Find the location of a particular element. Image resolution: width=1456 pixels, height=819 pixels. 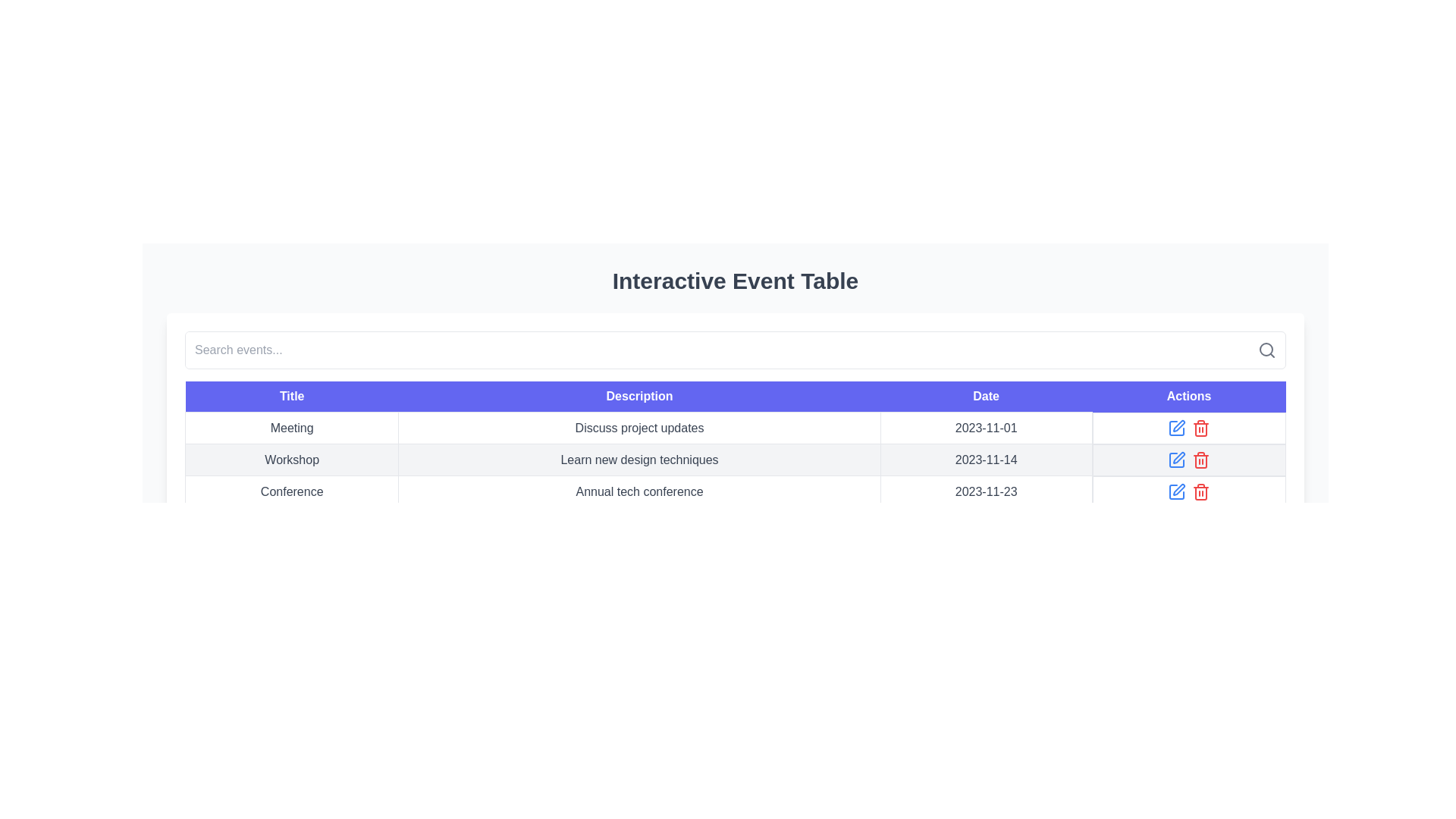

the magnifying glass icon, which symbolizes the search function is located at coordinates (1266, 350).